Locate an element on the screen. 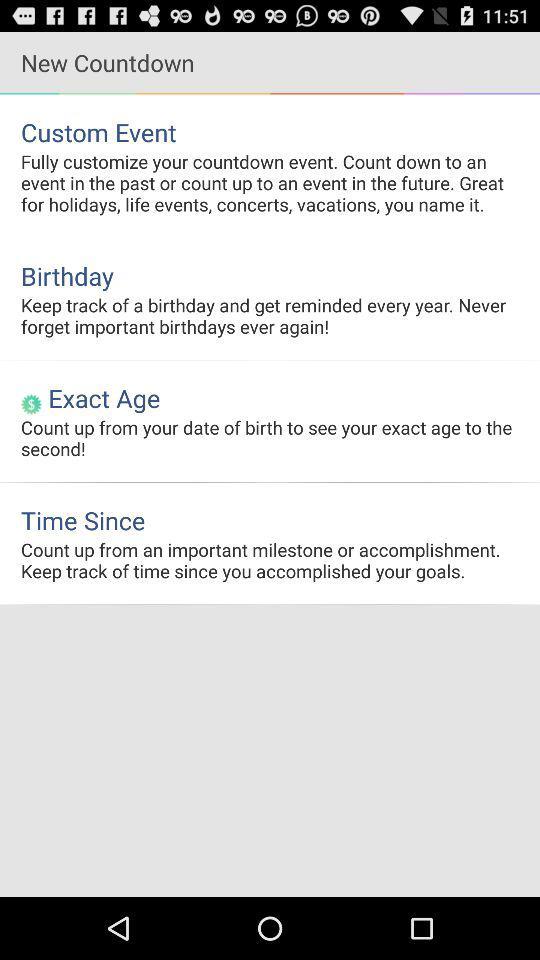  icon above birthday is located at coordinates (270, 182).